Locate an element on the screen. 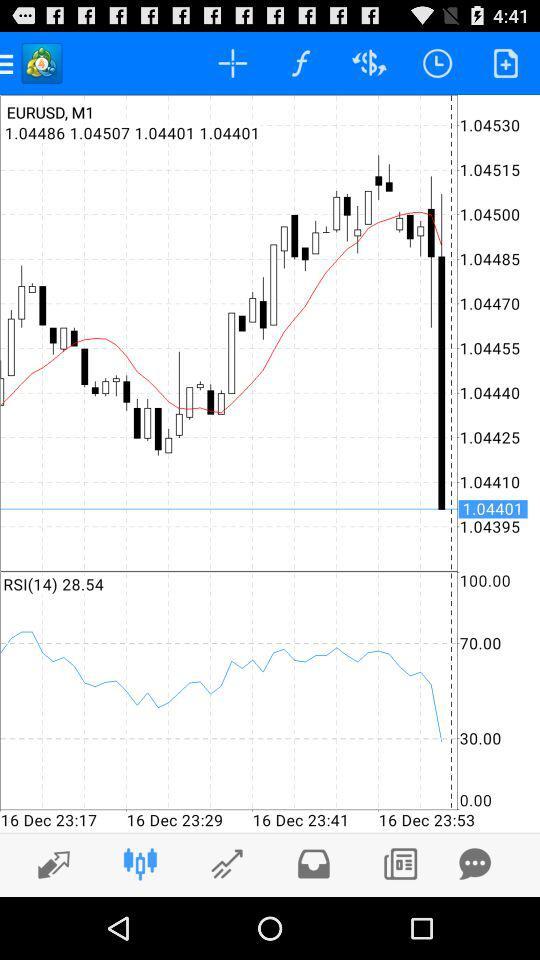  the symbol which has  symbol in it is located at coordinates (367, 62).